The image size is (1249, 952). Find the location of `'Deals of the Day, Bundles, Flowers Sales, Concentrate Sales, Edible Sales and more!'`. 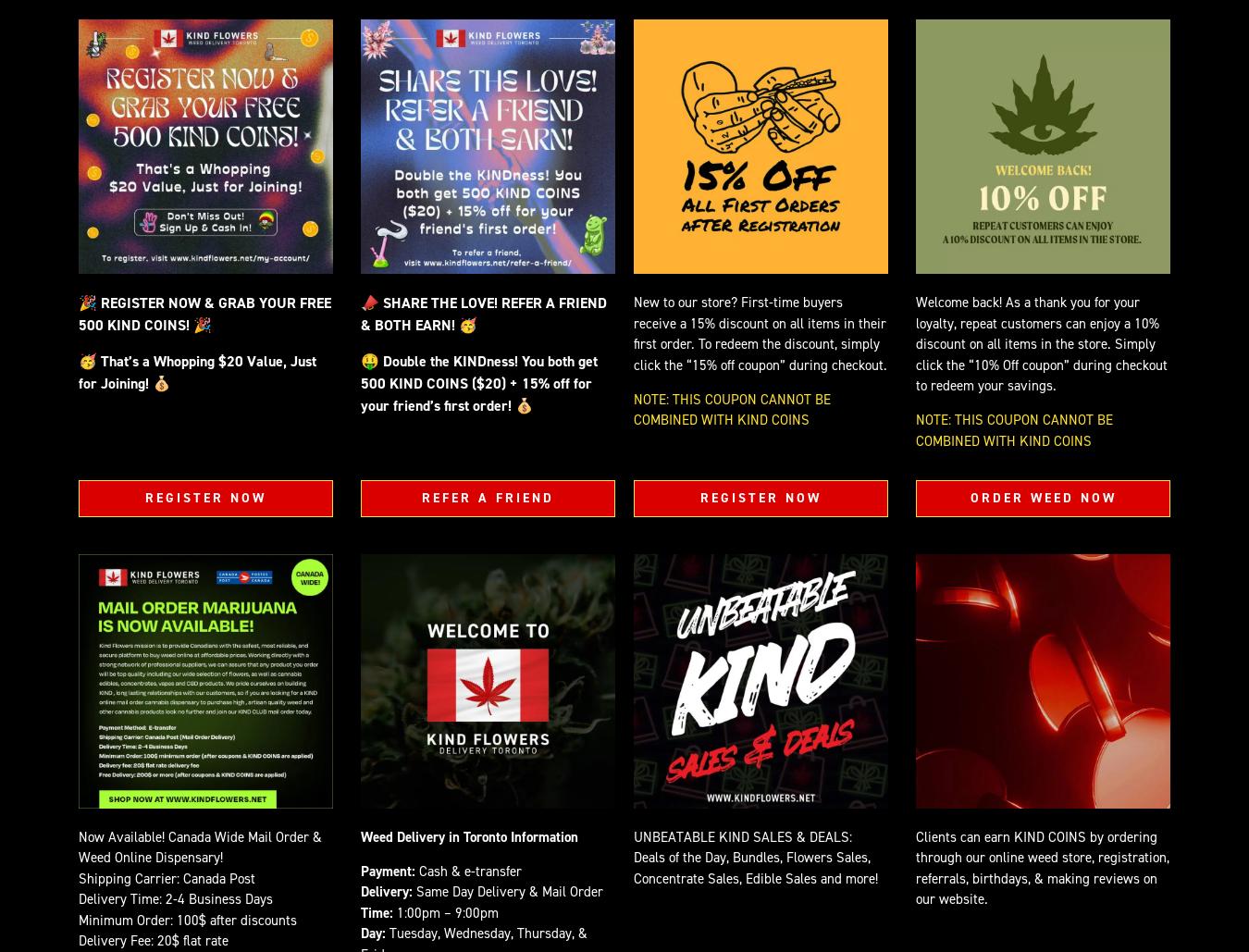

'Deals of the Day, Bundles, Flowers Sales, Concentrate Sales, Edible Sales and more!' is located at coordinates (756, 868).